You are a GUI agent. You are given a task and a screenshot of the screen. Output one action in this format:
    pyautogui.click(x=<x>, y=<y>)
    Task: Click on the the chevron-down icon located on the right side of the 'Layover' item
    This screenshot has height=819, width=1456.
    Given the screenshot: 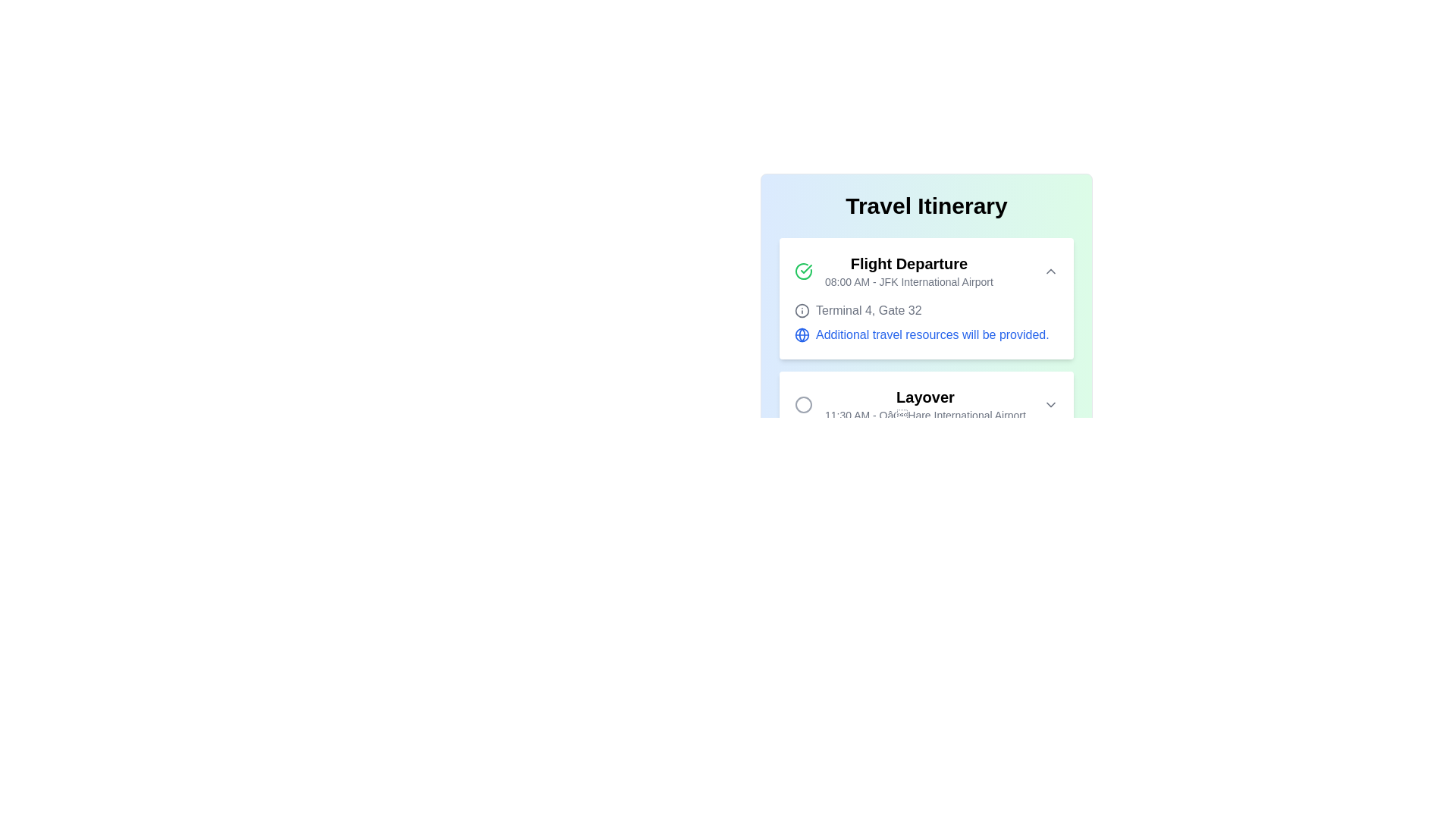 What is the action you would take?
    pyautogui.click(x=1050, y=403)
    